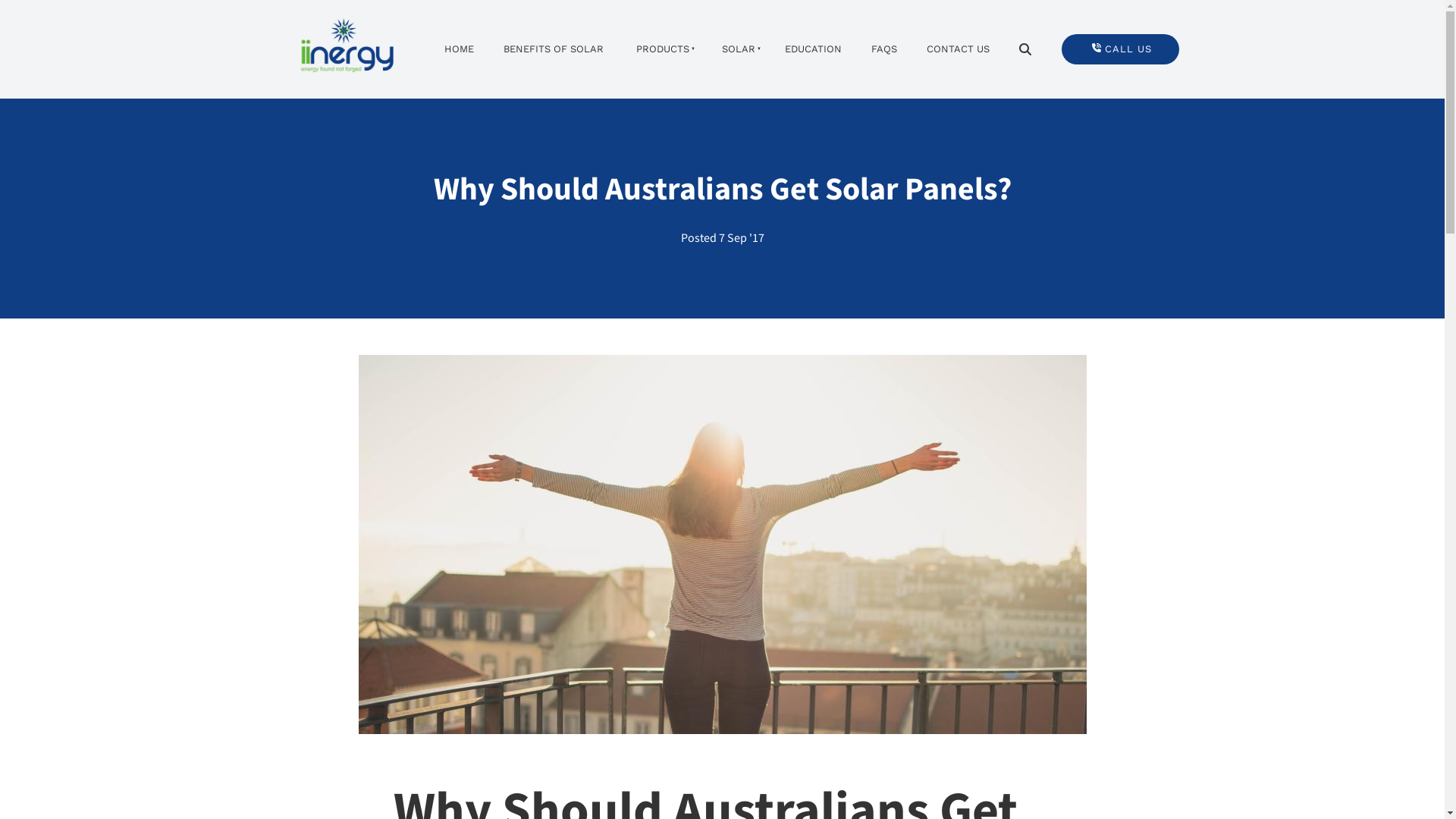 The image size is (1456, 819). I want to click on 'BENEFITS OF SOLAR', so click(553, 49).